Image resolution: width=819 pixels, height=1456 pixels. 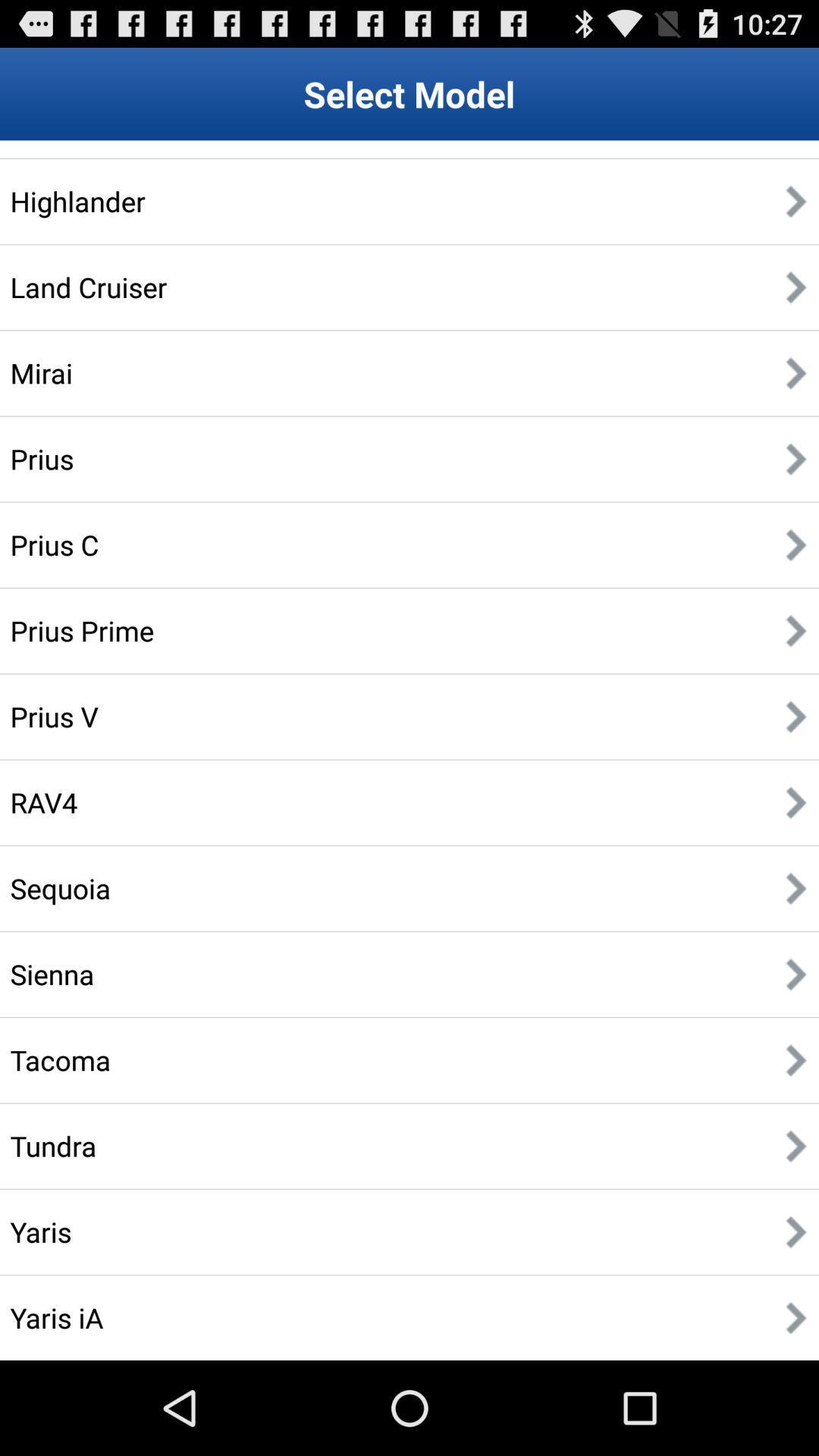 What do you see at coordinates (88, 287) in the screenshot?
I see `the app above mirai icon` at bounding box center [88, 287].